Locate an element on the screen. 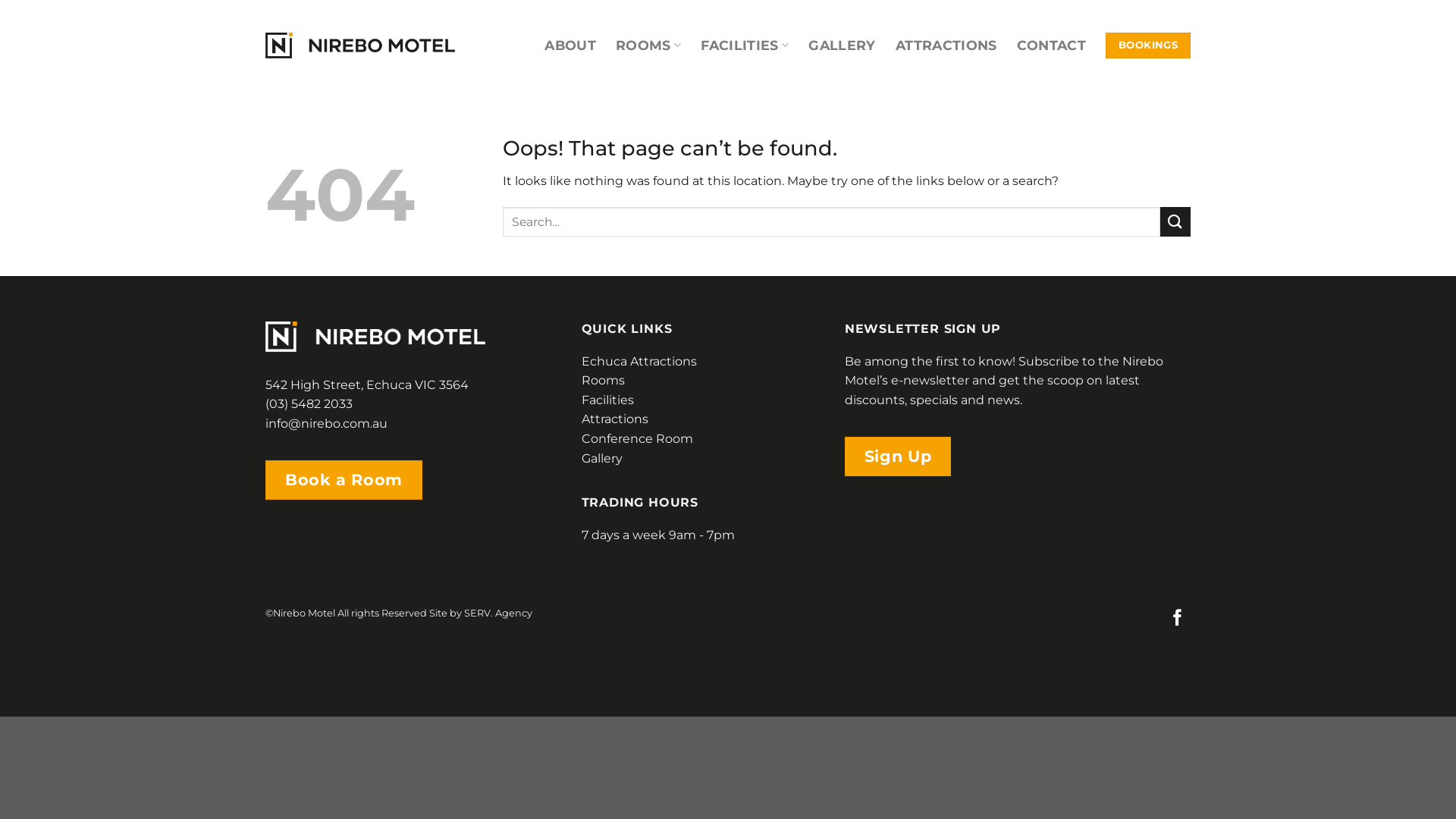  'Conference Room' is located at coordinates (637, 438).